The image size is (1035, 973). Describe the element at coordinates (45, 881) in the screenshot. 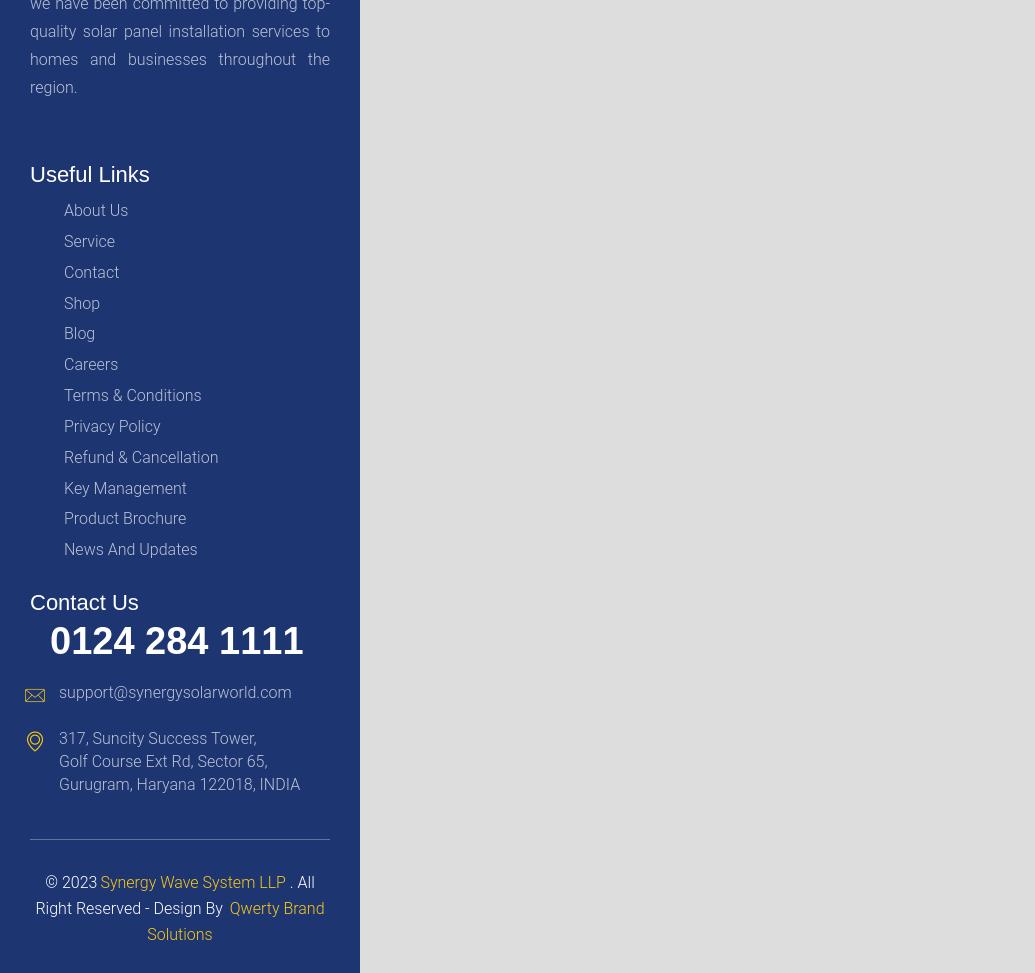

I see `'© 2023'` at that location.